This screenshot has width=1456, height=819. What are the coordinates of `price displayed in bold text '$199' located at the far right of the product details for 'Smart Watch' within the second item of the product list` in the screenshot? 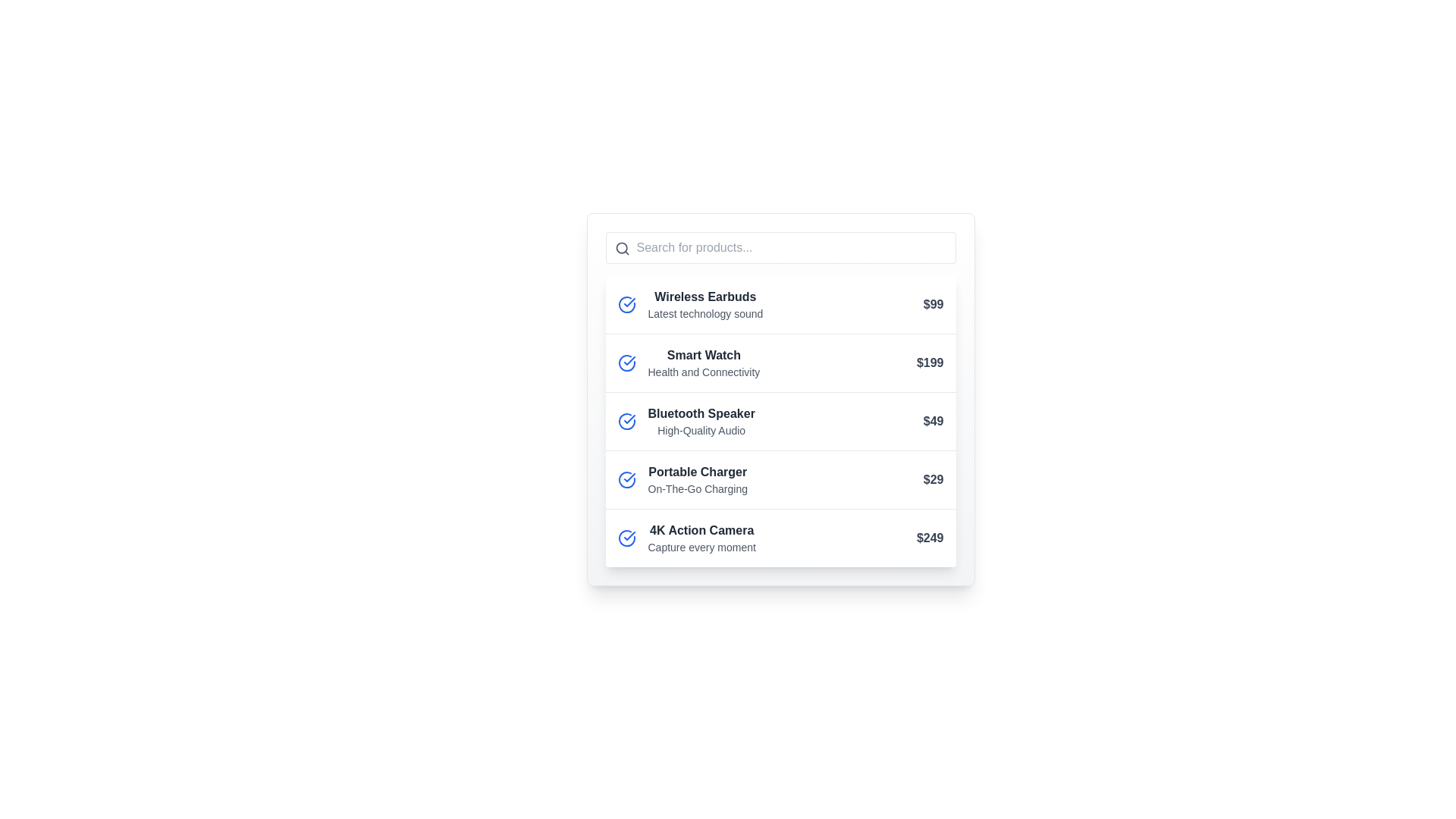 It's located at (929, 362).